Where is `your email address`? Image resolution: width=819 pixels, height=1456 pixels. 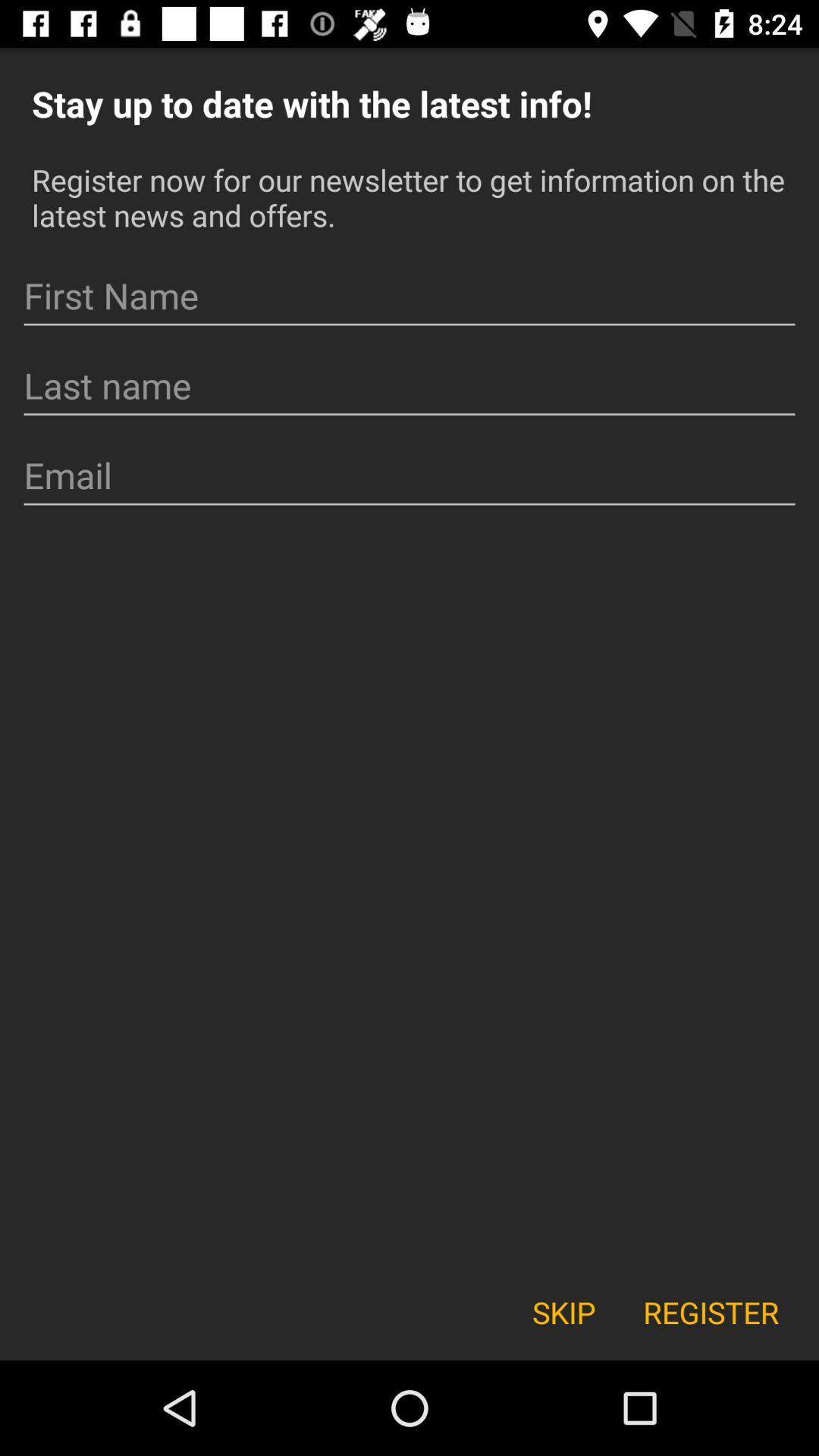 your email address is located at coordinates (409, 475).